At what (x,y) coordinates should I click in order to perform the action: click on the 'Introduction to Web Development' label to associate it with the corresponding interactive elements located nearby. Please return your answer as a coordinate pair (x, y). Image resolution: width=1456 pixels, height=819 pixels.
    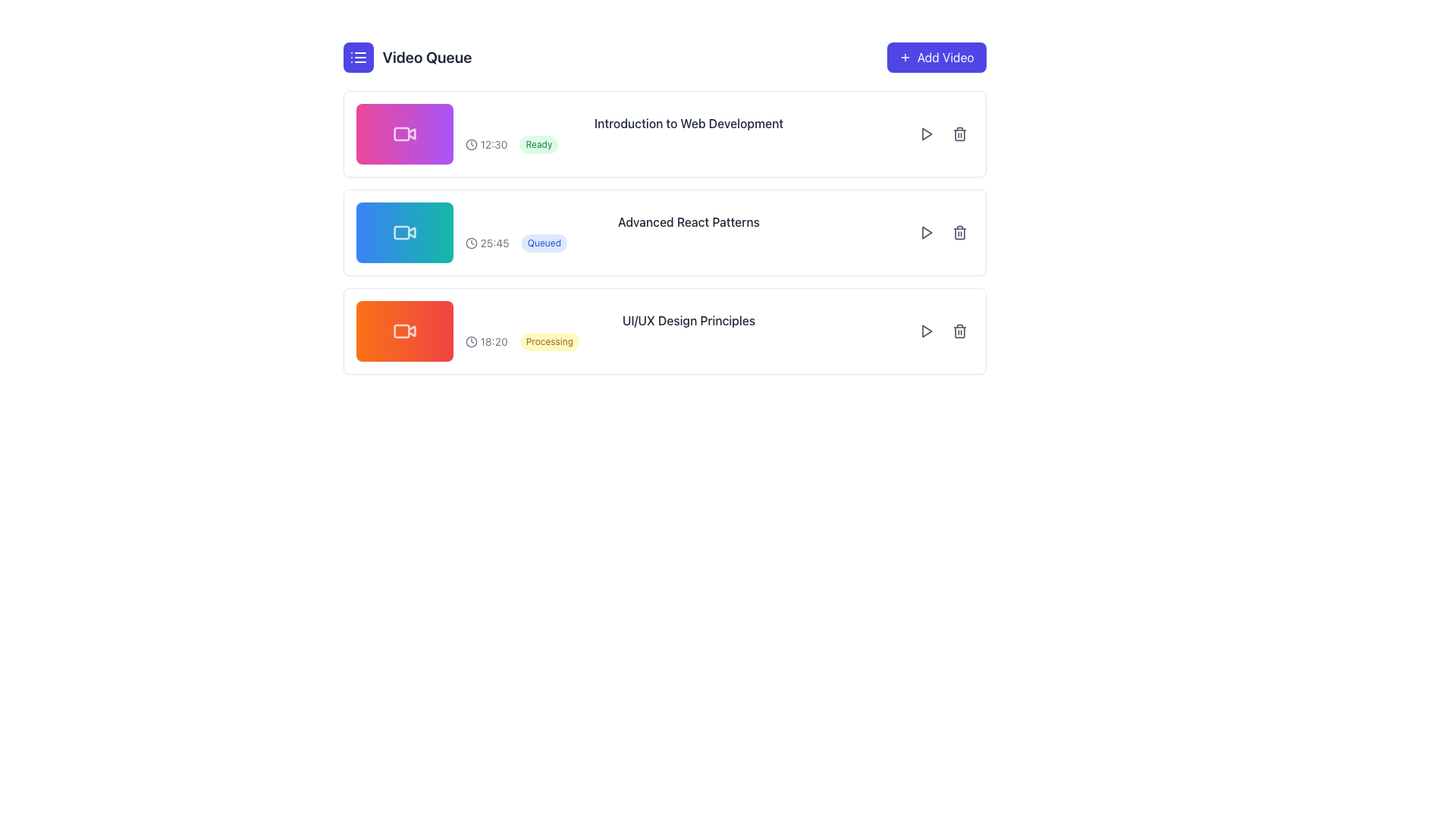
    Looking at the image, I should click on (688, 133).